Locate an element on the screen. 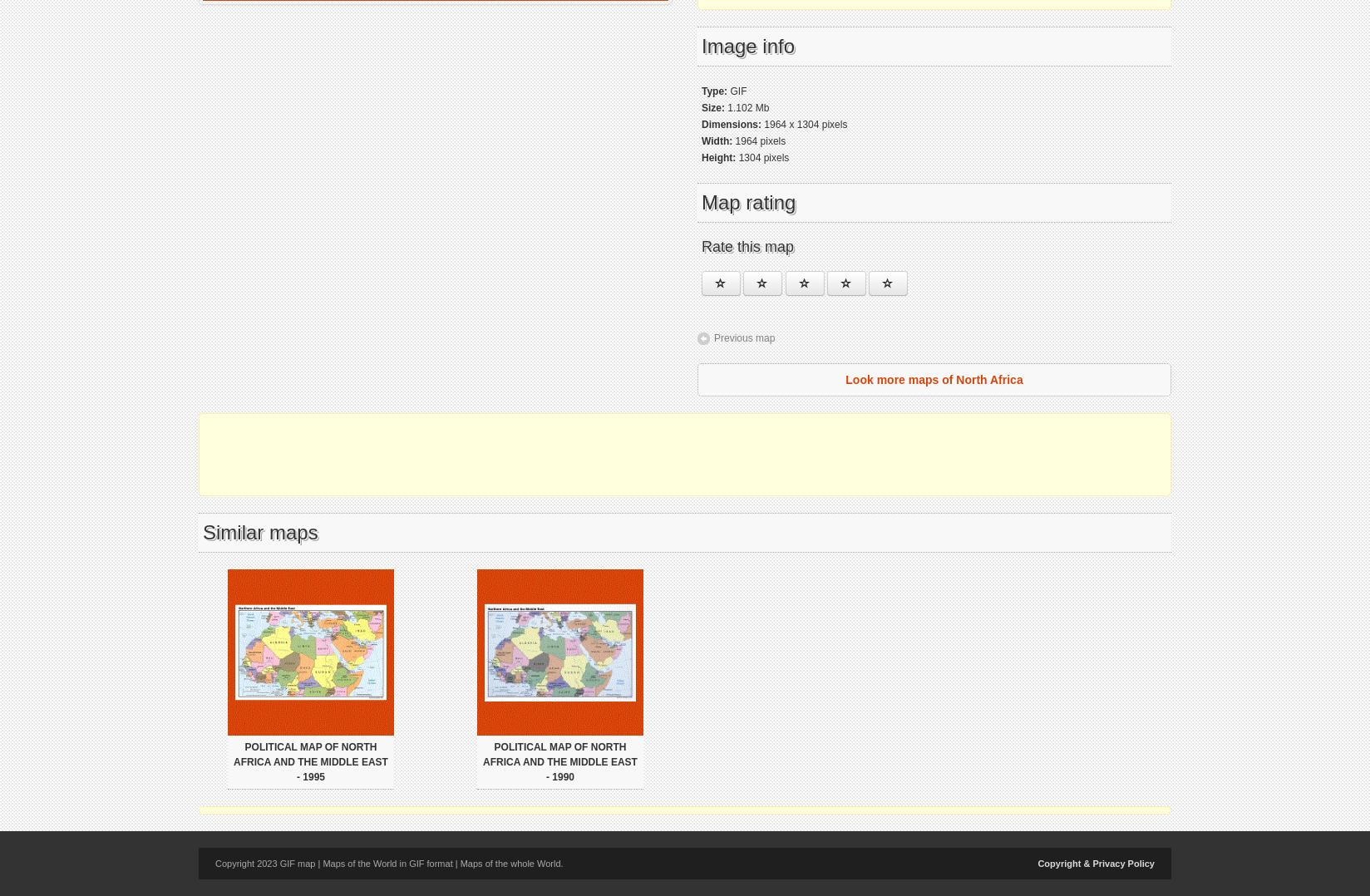  '1304 pixels' is located at coordinates (761, 157).